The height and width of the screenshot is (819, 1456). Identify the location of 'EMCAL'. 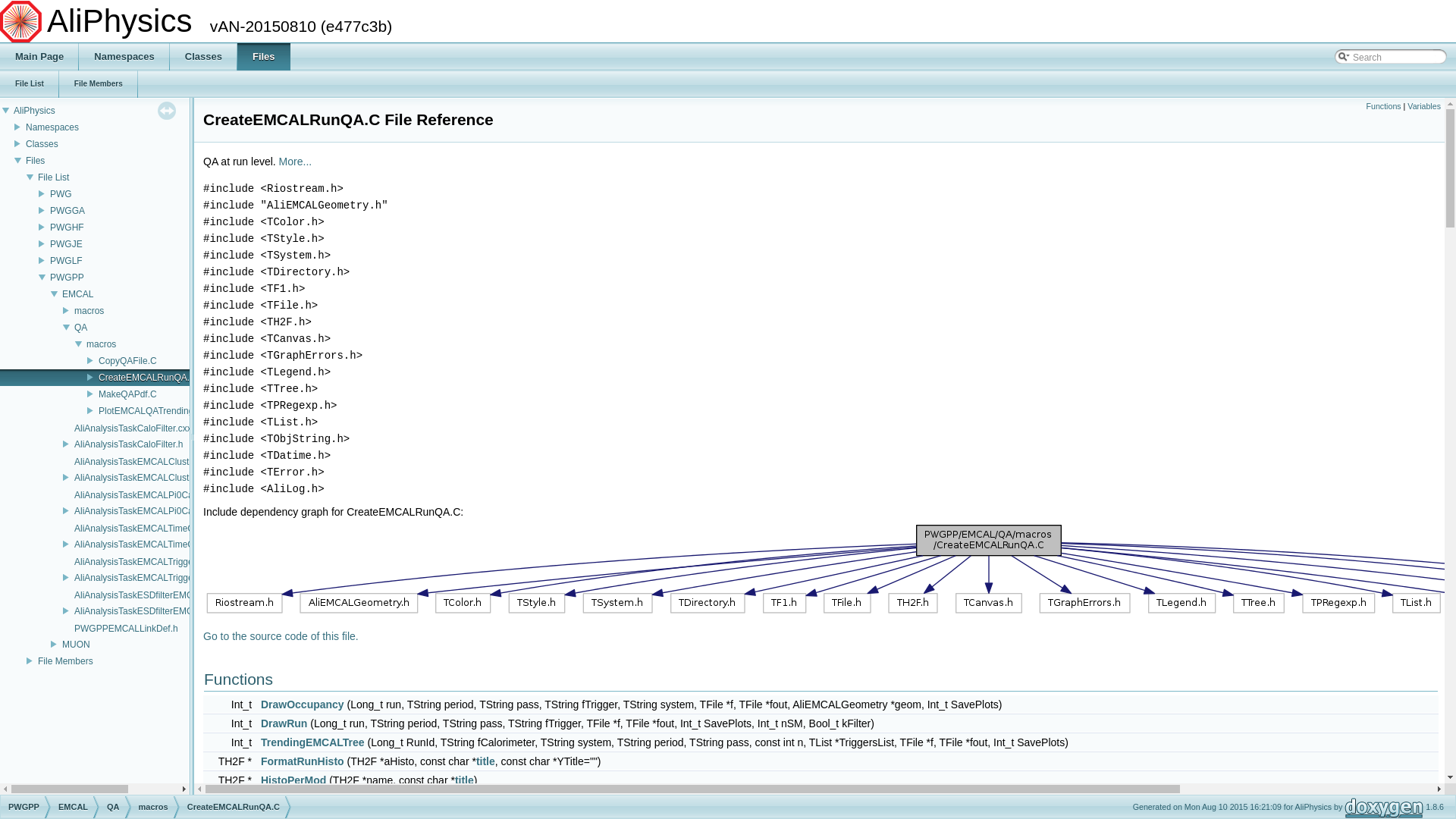
(77, 294).